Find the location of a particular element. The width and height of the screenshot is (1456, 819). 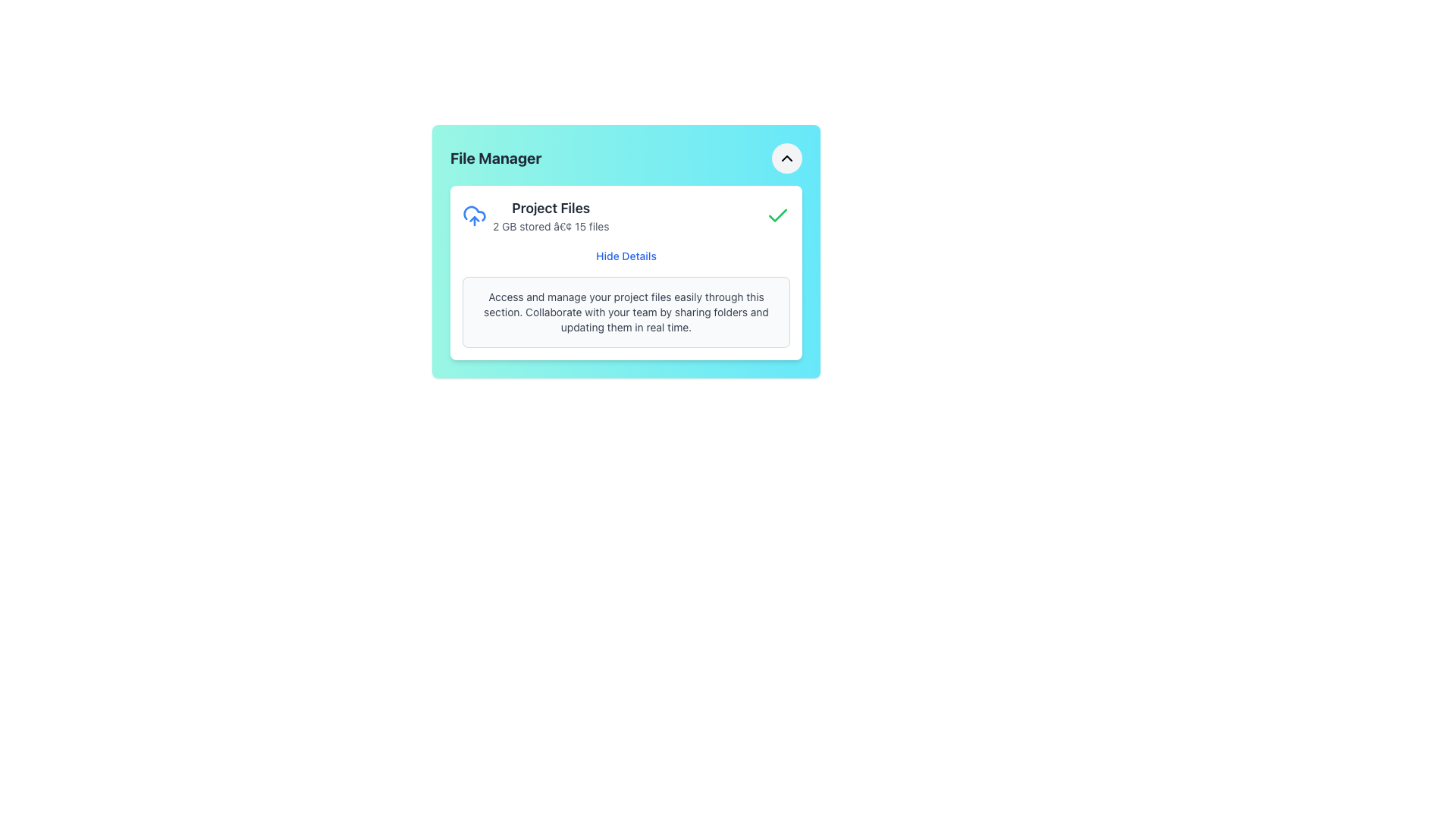

the Static Text element that provides metadata regarding storage usage and the number of files available, located beneath the 'Project Files' header is located at coordinates (550, 227).